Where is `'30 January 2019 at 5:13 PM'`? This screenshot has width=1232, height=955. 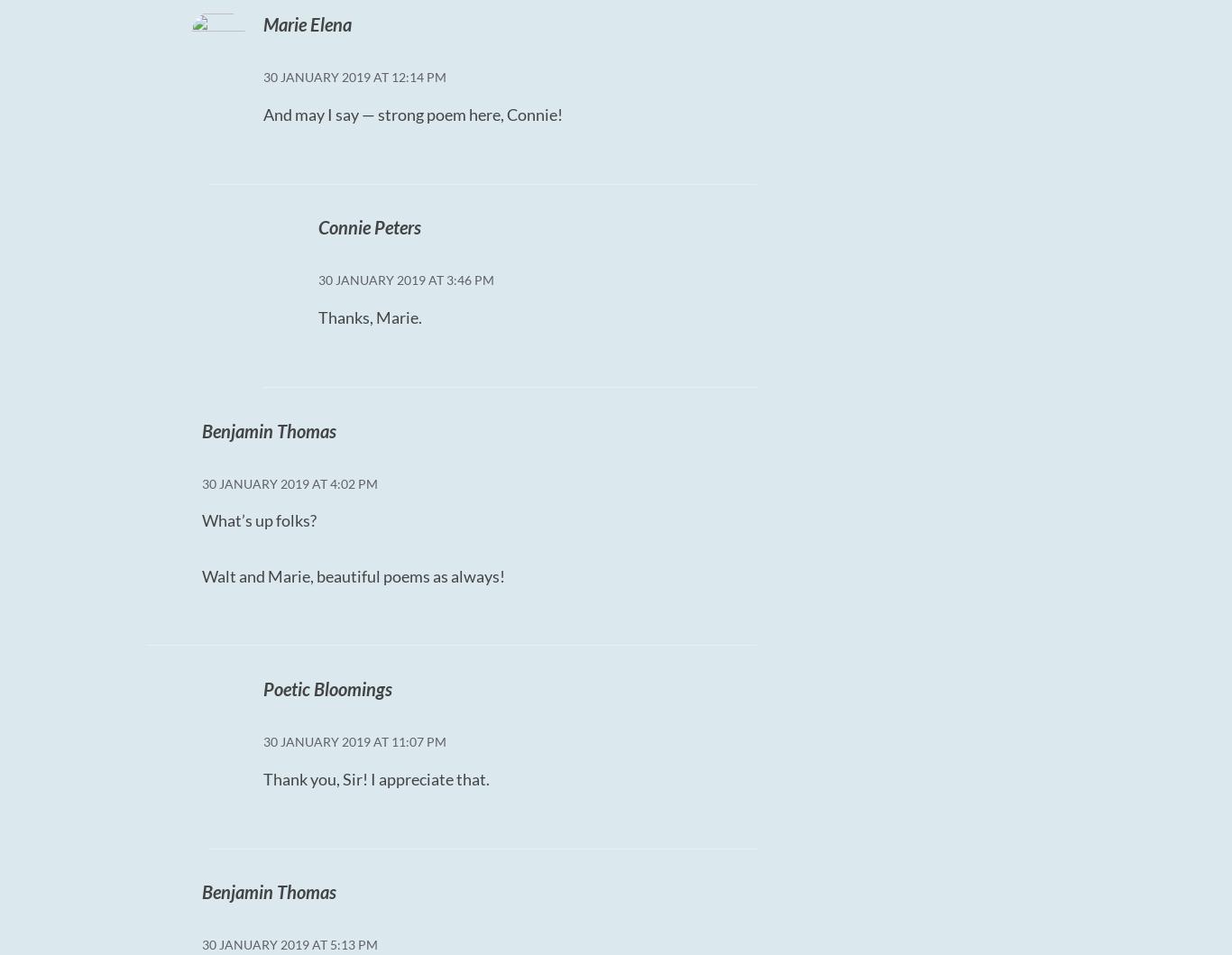
'30 January 2019 at 5:13 PM' is located at coordinates (290, 943).